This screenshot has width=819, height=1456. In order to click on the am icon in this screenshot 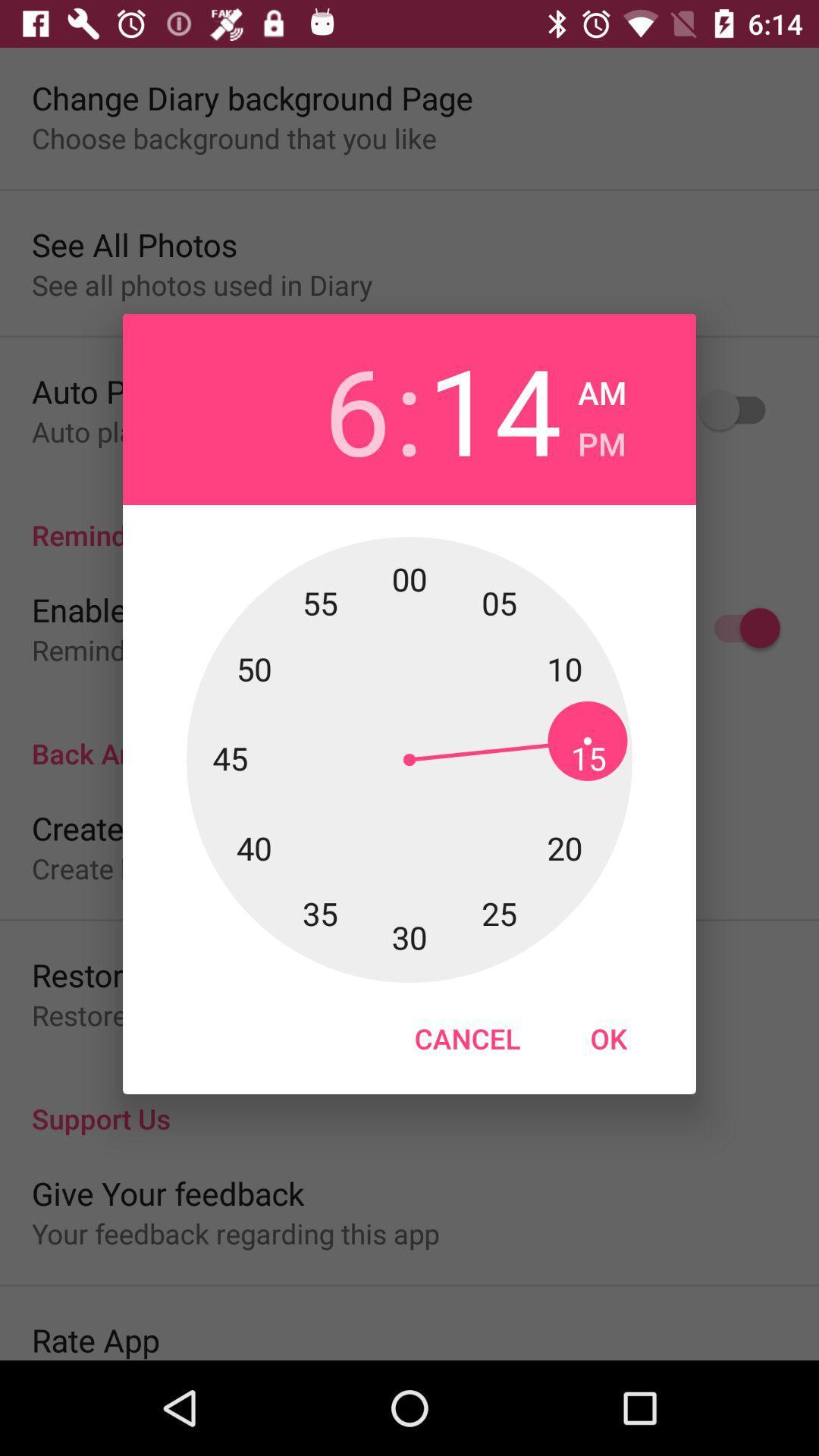, I will do `click(601, 388)`.